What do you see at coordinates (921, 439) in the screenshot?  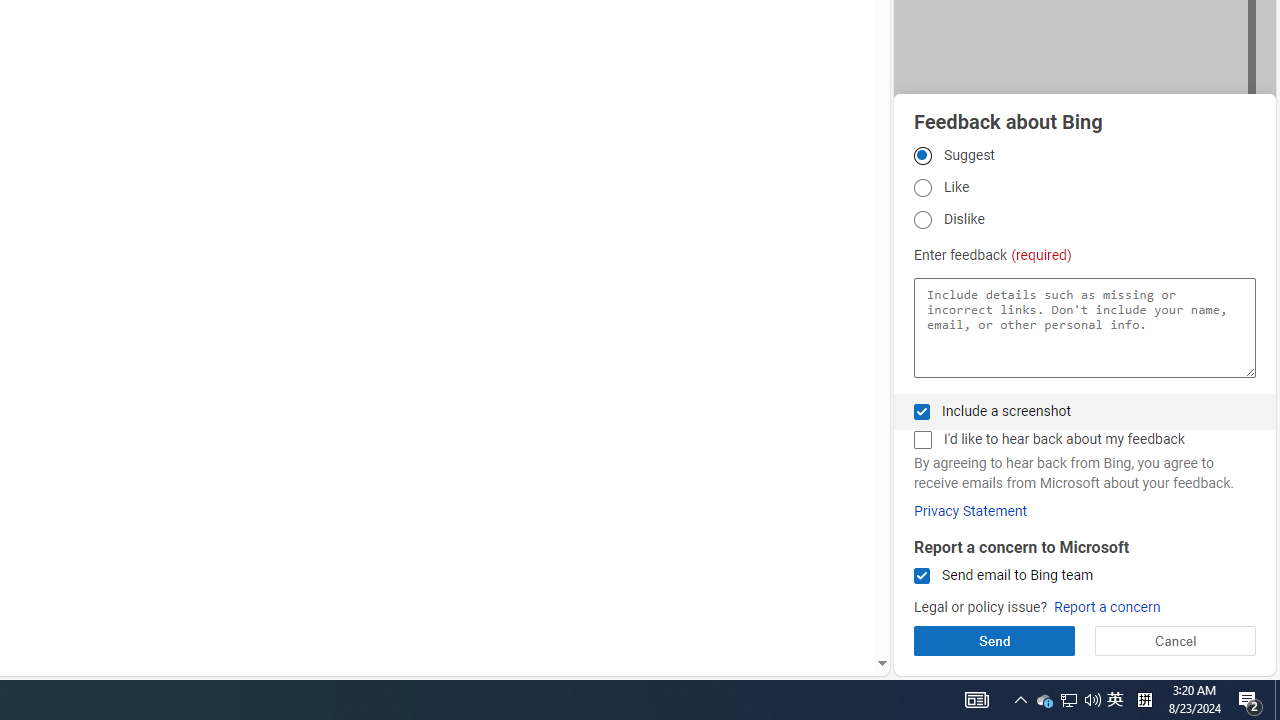 I see `'I'` at bounding box center [921, 439].